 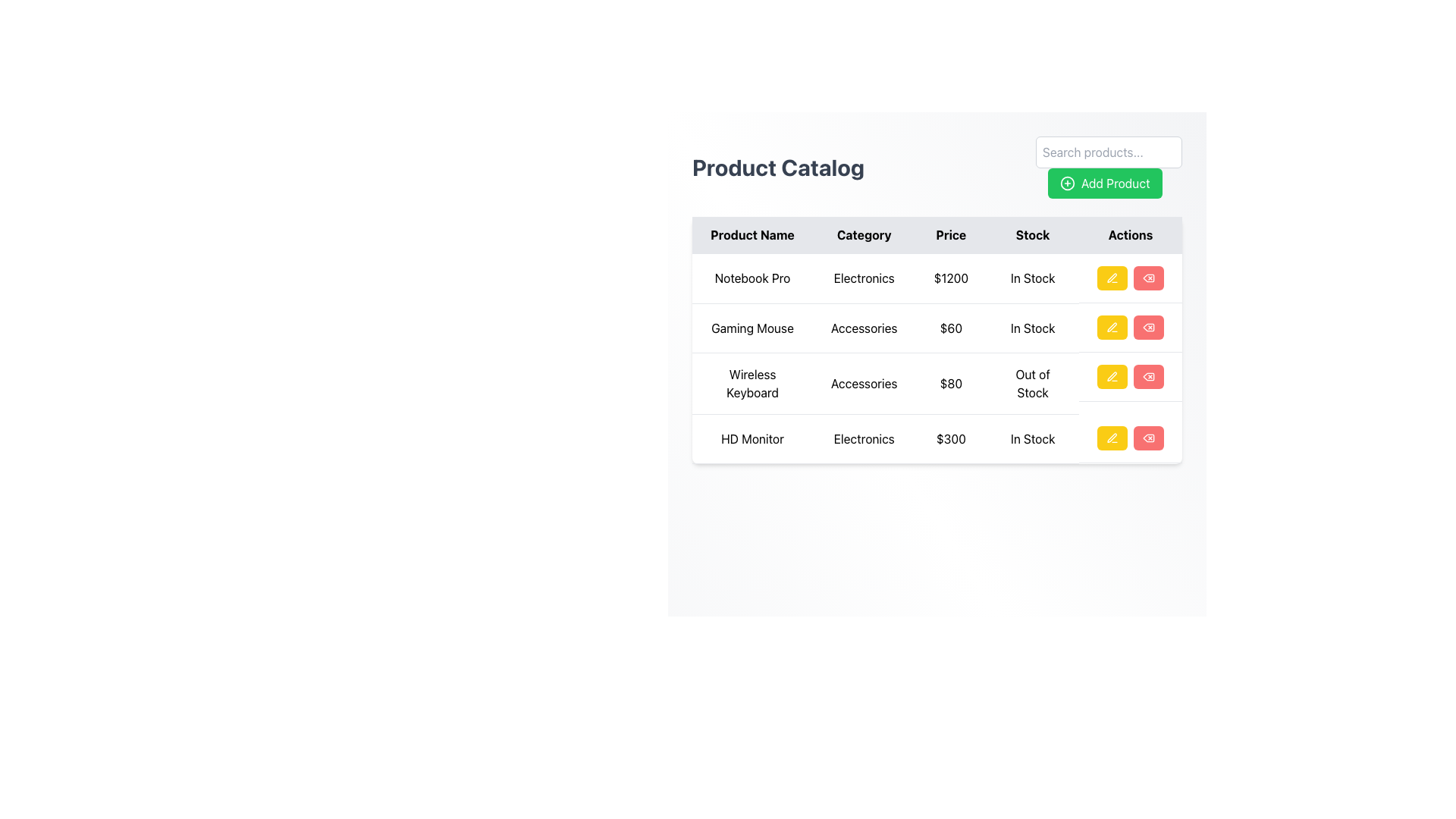 I want to click on the edit icon located in the yellow button in the 'Actions' column of the table for the 'Wireless Keyboard' product, so click(x=1111, y=376).